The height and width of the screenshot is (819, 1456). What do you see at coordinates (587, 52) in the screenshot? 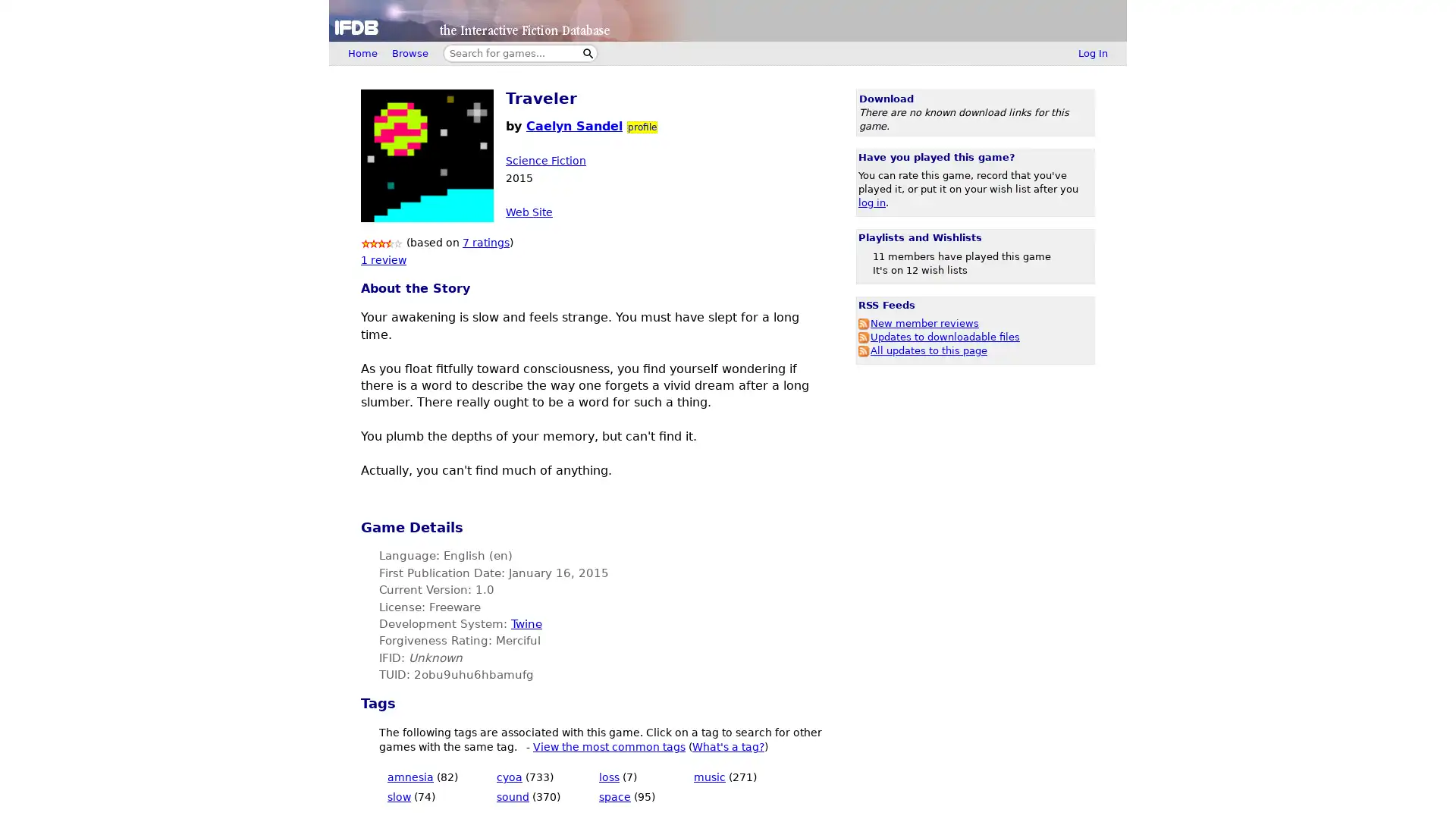
I see `Search` at bounding box center [587, 52].